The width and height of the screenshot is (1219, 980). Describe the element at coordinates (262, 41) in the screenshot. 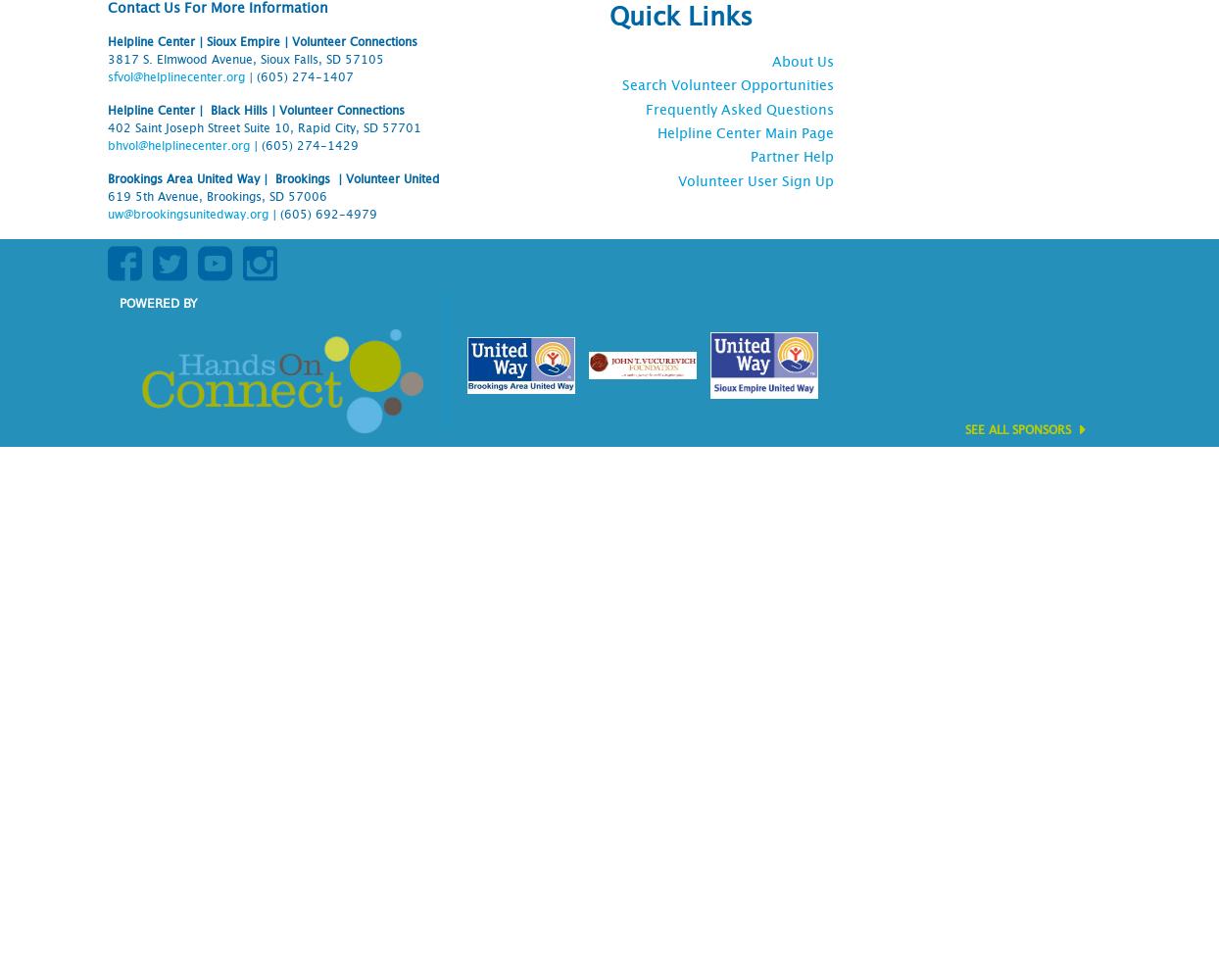

I see `'Helpline Center | Sioux Empire | Volunteer Connections'` at that location.